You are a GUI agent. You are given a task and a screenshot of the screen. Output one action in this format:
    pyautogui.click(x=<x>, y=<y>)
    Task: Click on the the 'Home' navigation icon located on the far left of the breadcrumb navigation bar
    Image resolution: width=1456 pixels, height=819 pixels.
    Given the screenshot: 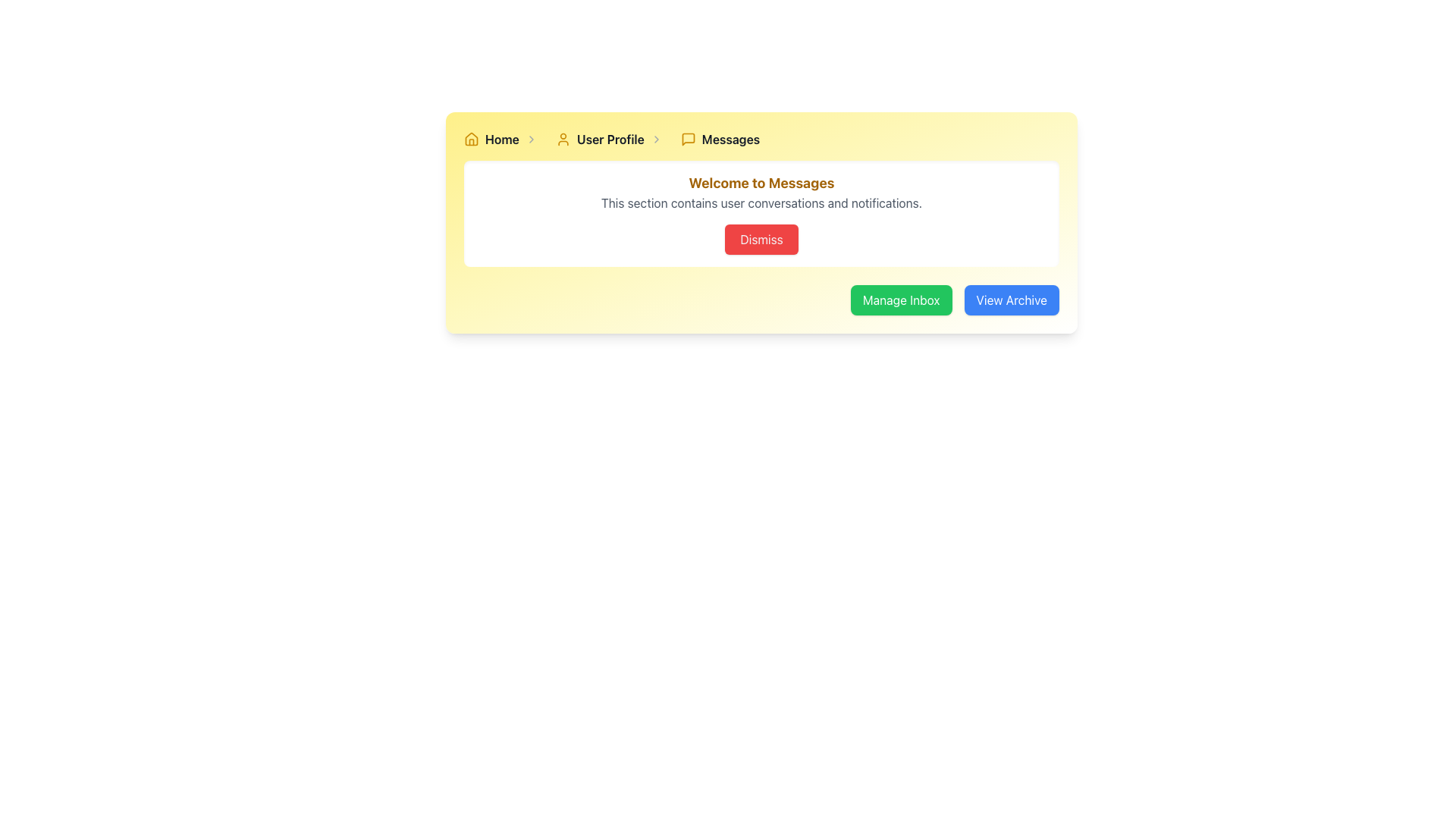 What is the action you would take?
    pyautogui.click(x=471, y=138)
    